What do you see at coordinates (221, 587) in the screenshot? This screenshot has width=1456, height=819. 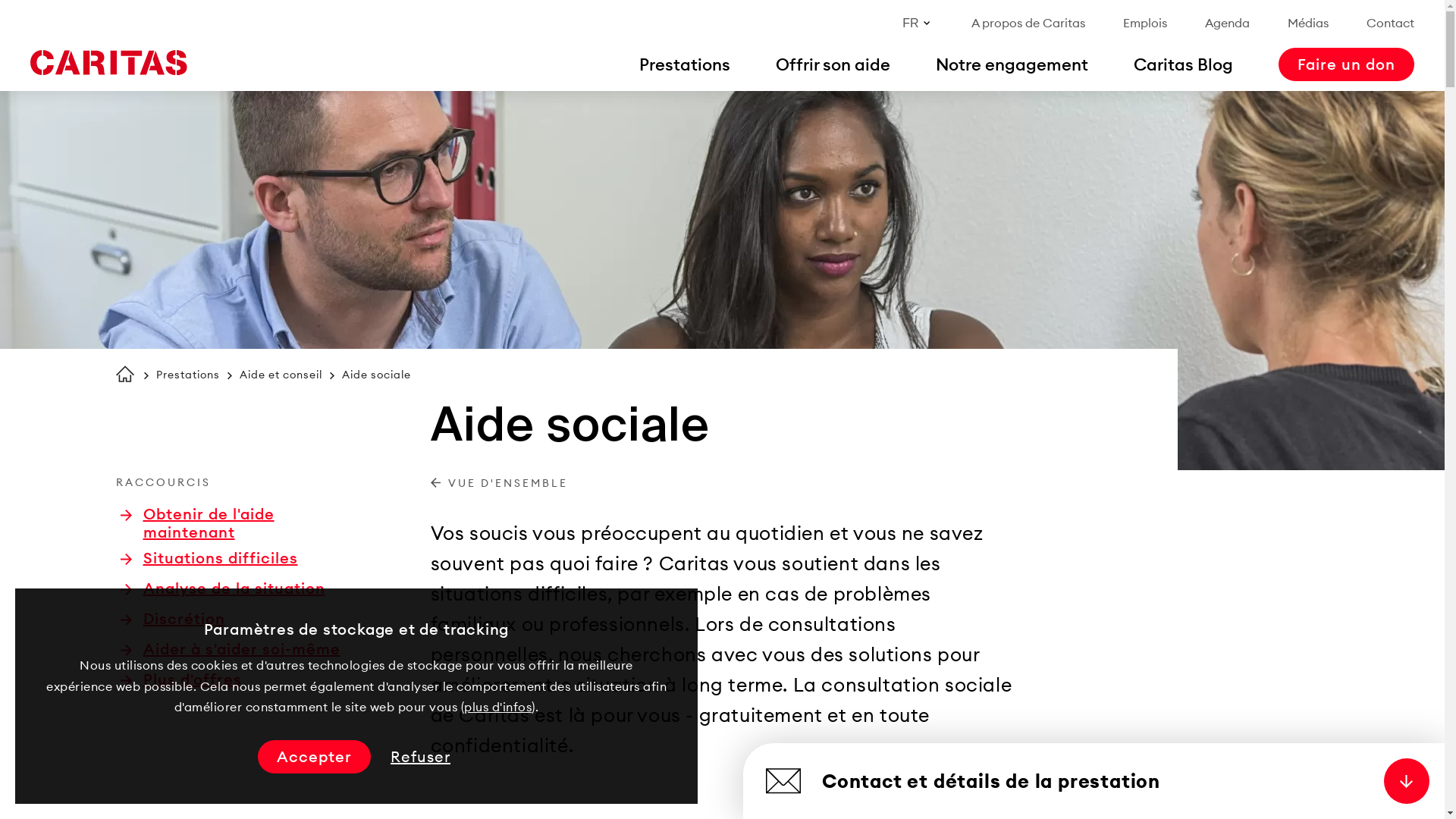 I see `'Analyse de la situation'` at bounding box center [221, 587].